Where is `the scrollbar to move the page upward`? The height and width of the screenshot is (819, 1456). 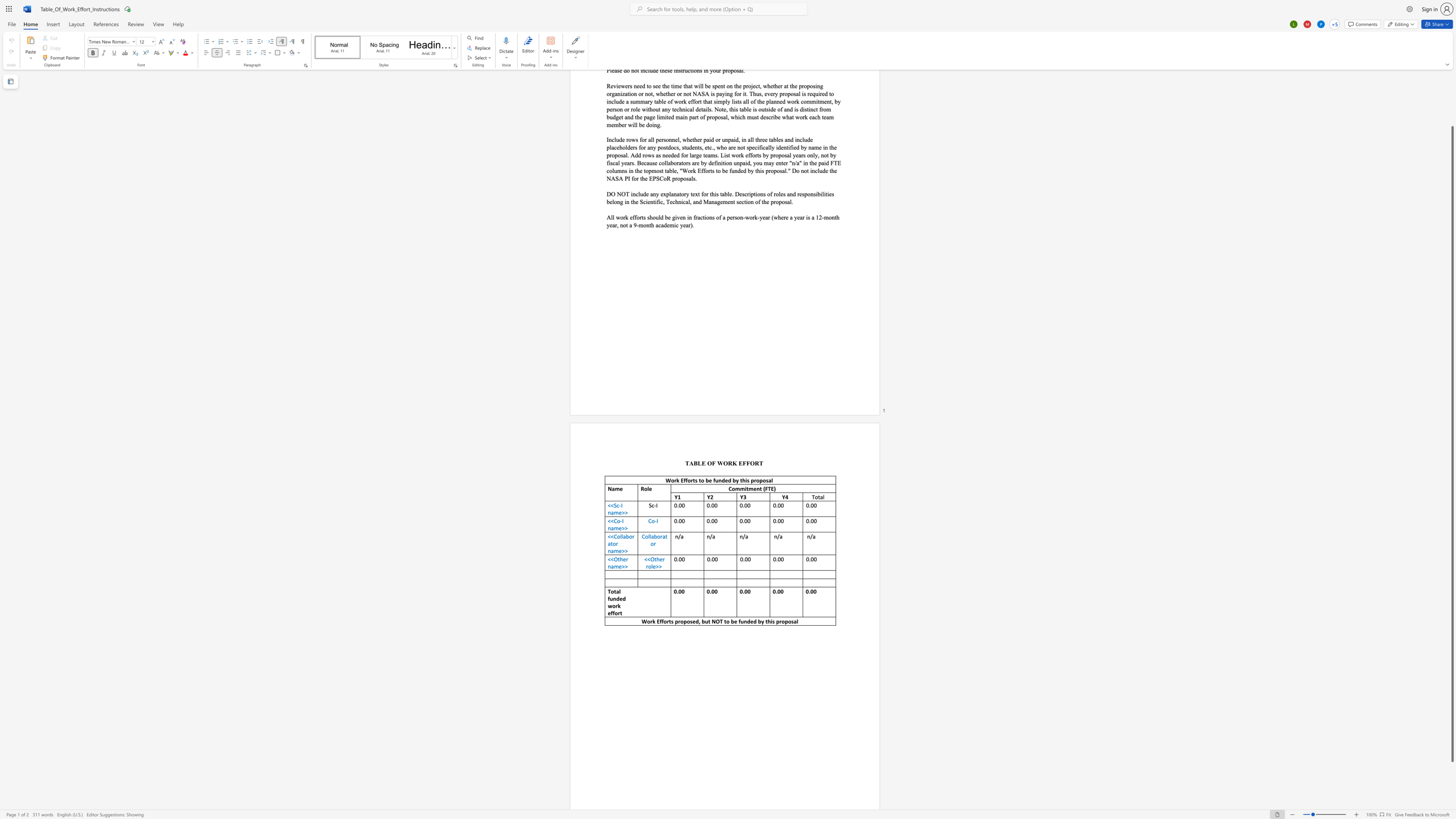 the scrollbar to move the page upward is located at coordinates (1451, 87).